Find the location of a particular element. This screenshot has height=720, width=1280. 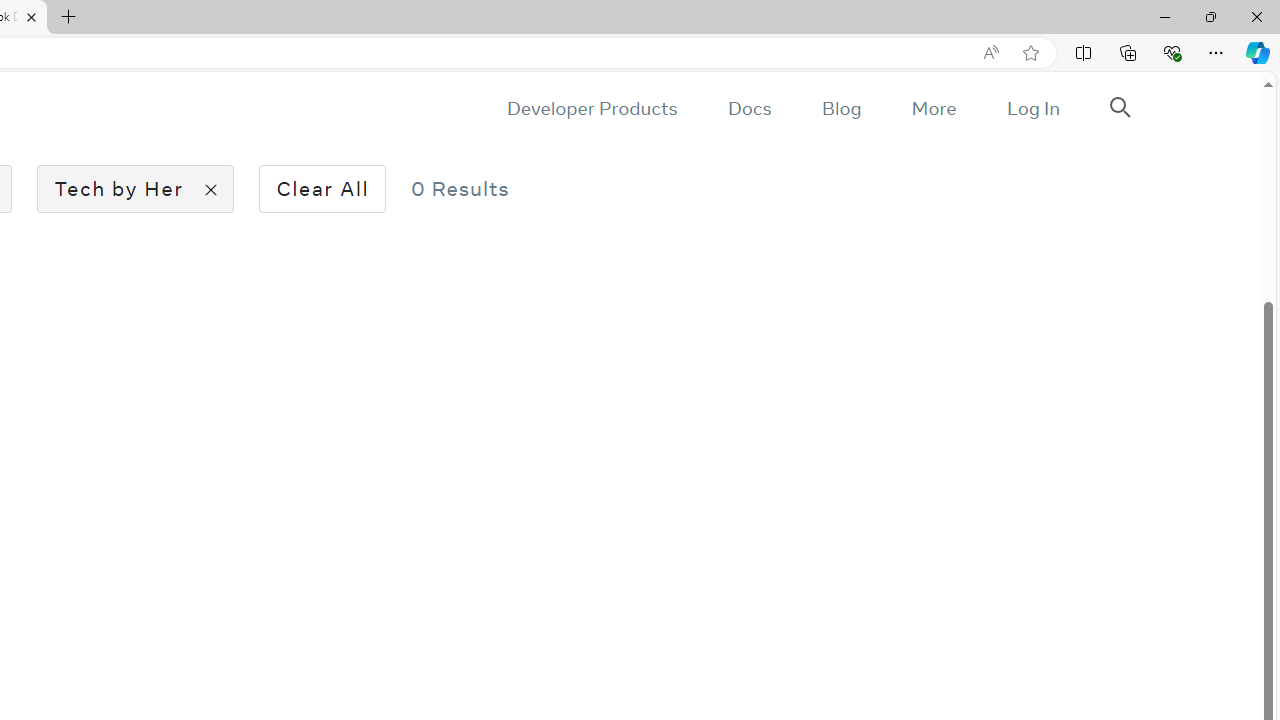

'More' is located at coordinates (932, 108).